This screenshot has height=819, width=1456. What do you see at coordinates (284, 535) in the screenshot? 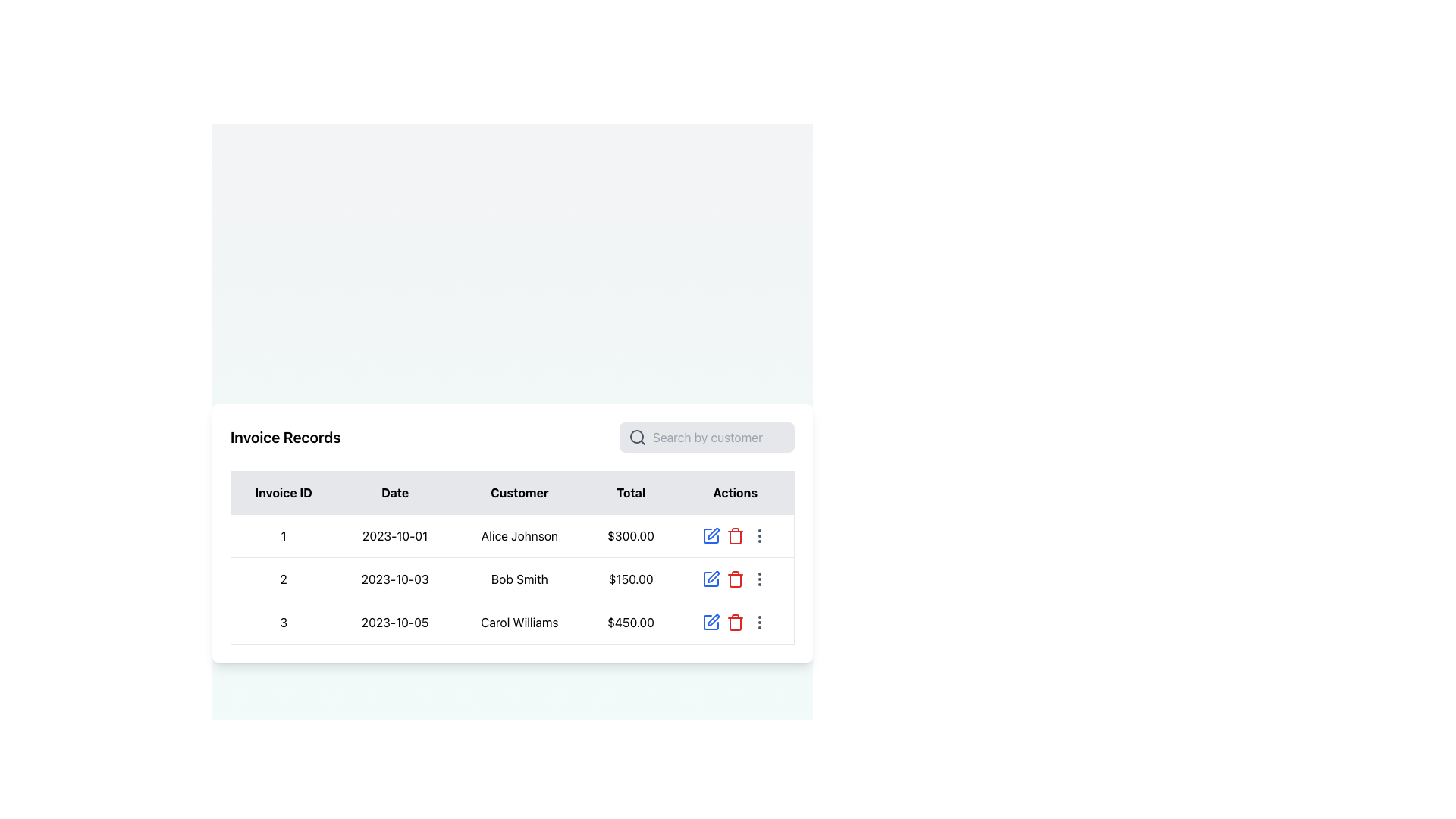
I see `displayed text of the Text Label that shows the unique identifier associated with an invoice entry in the first cell under the 'Invoice ID' header of the invoice record table` at bounding box center [284, 535].